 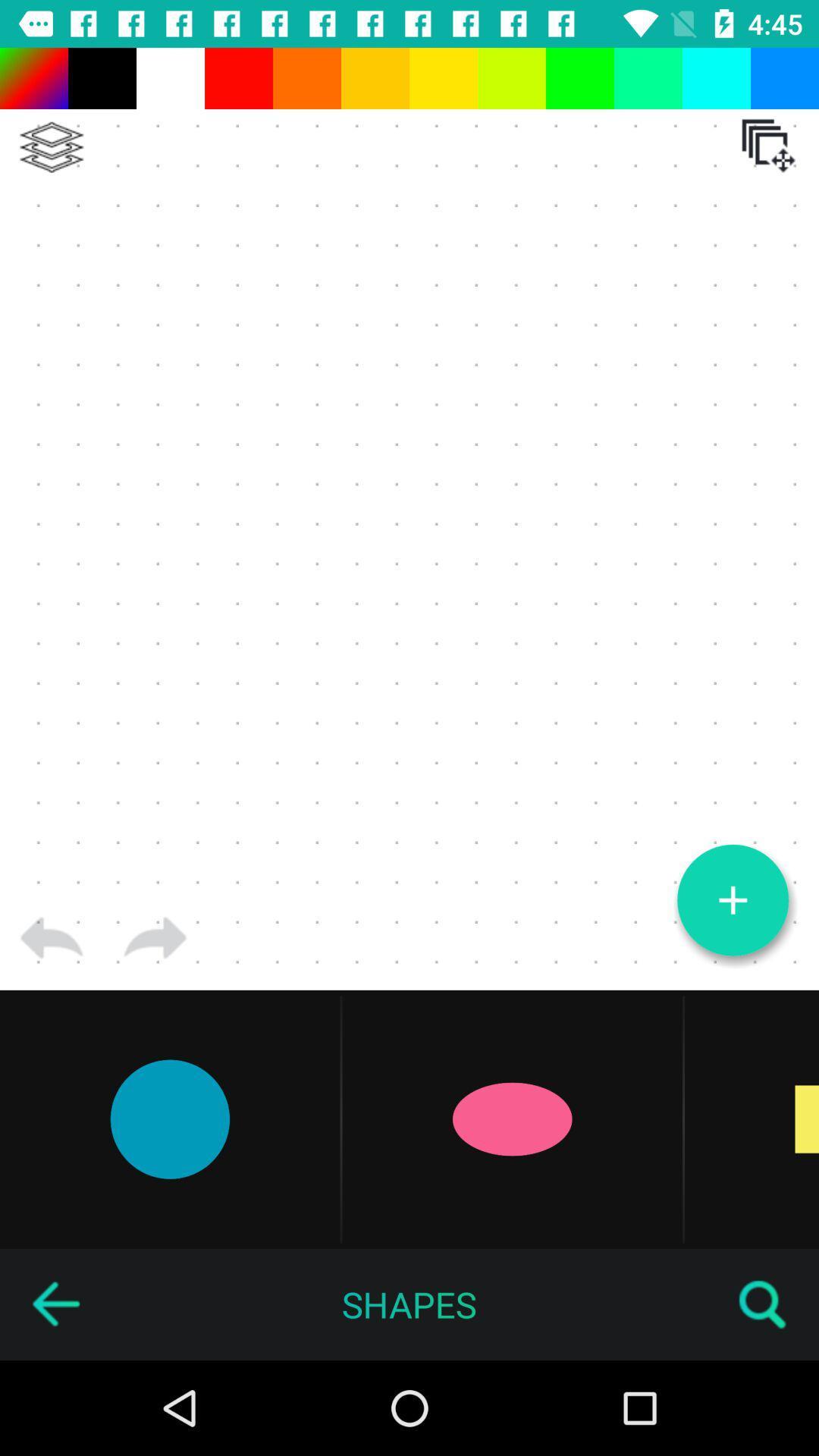 What do you see at coordinates (732, 900) in the screenshot?
I see `new logo` at bounding box center [732, 900].